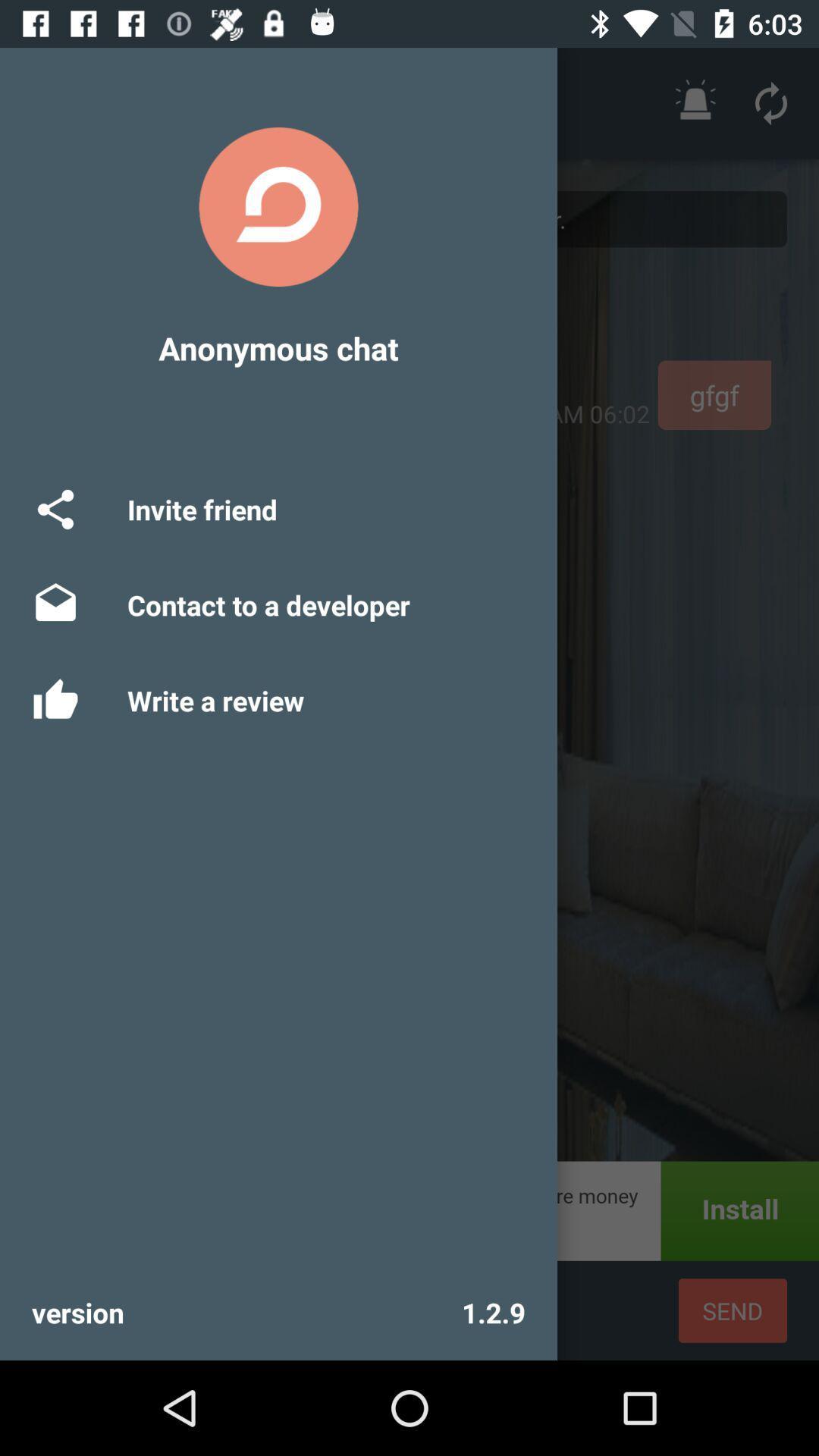 The height and width of the screenshot is (1456, 819). I want to click on the icon which is beside the text contact to developer, so click(55, 604).